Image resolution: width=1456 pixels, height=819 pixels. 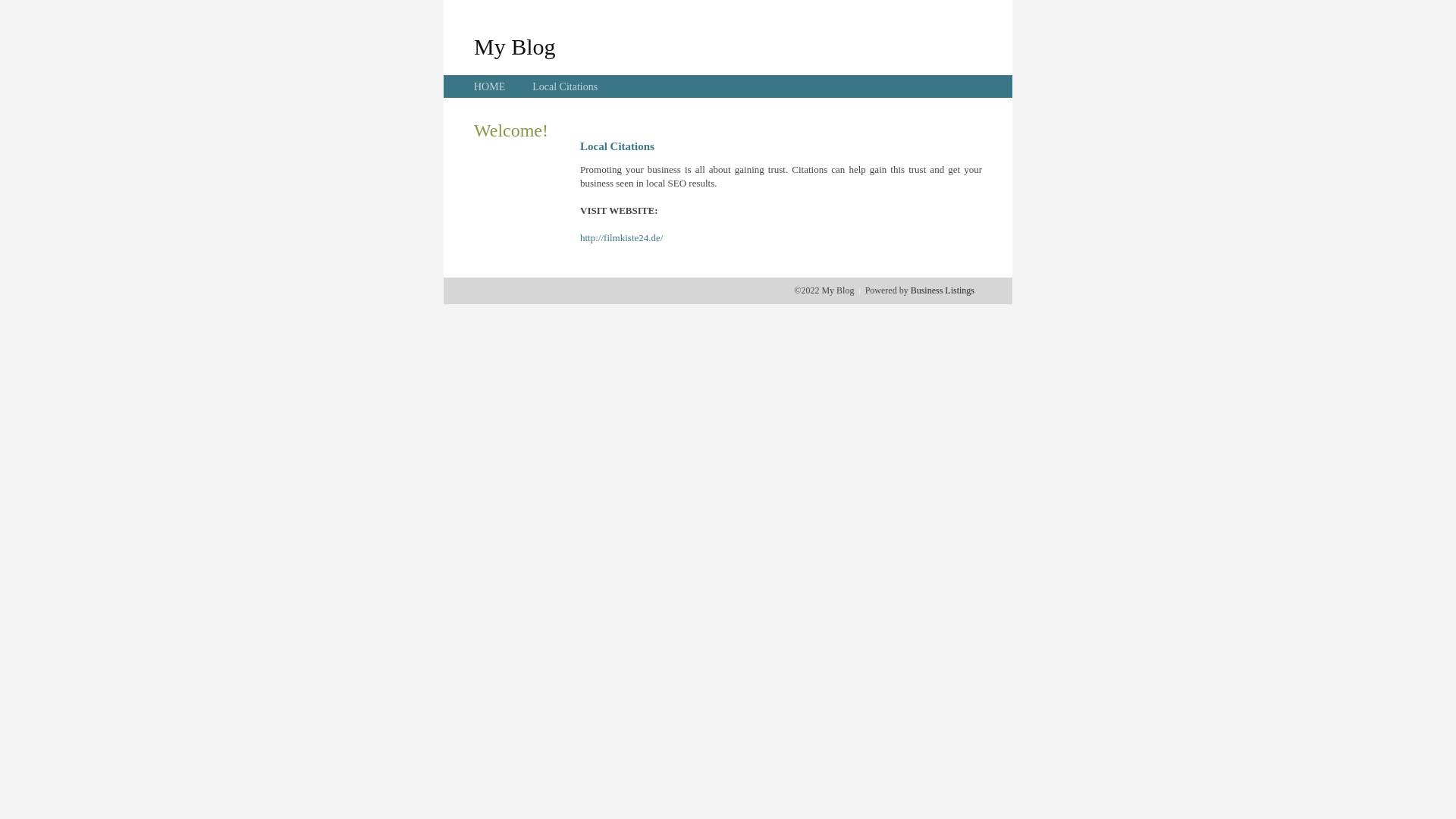 I want to click on 'My Blog', so click(x=472, y=45).